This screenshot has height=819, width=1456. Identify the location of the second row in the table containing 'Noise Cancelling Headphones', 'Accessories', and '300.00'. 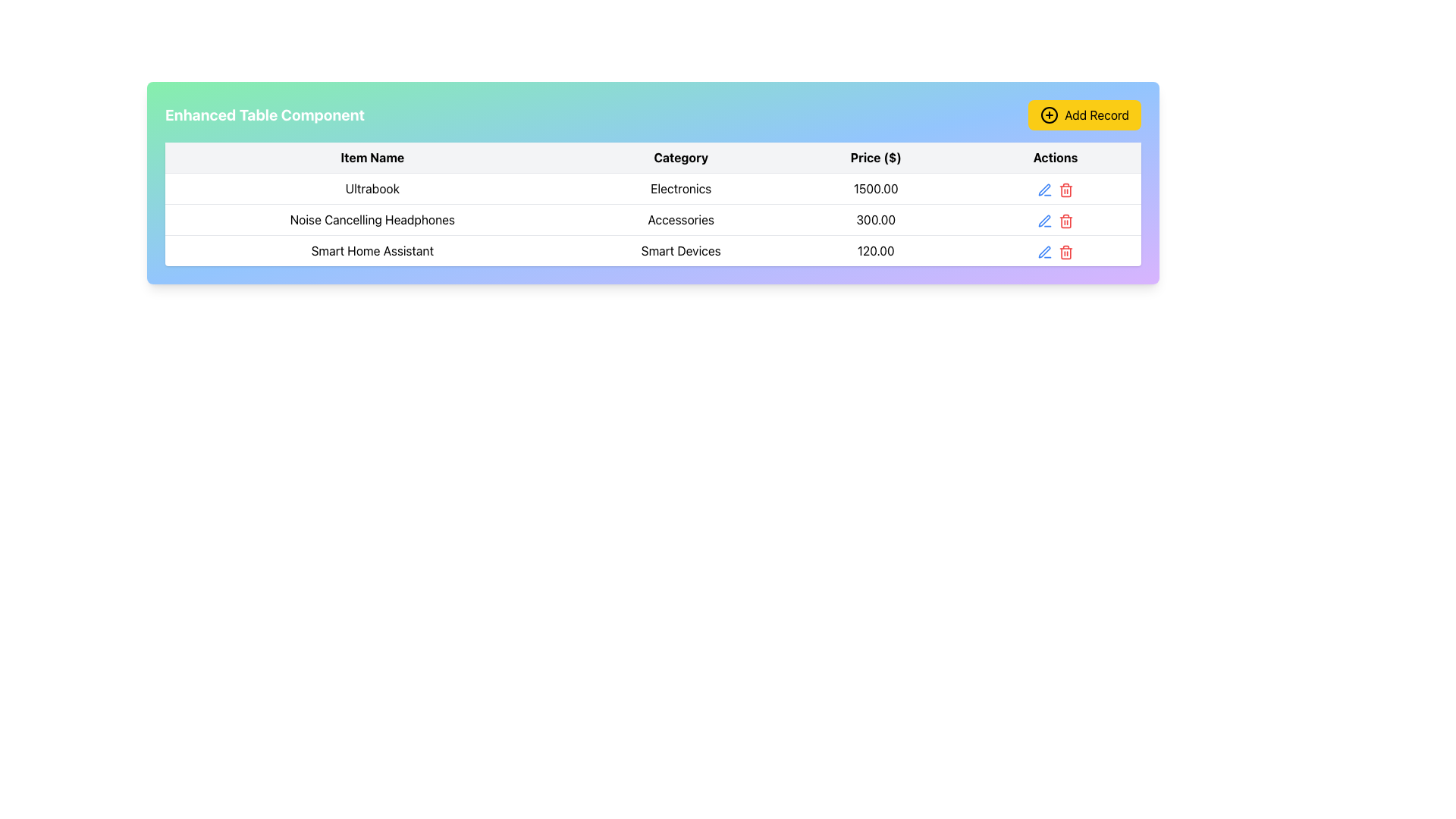
(653, 219).